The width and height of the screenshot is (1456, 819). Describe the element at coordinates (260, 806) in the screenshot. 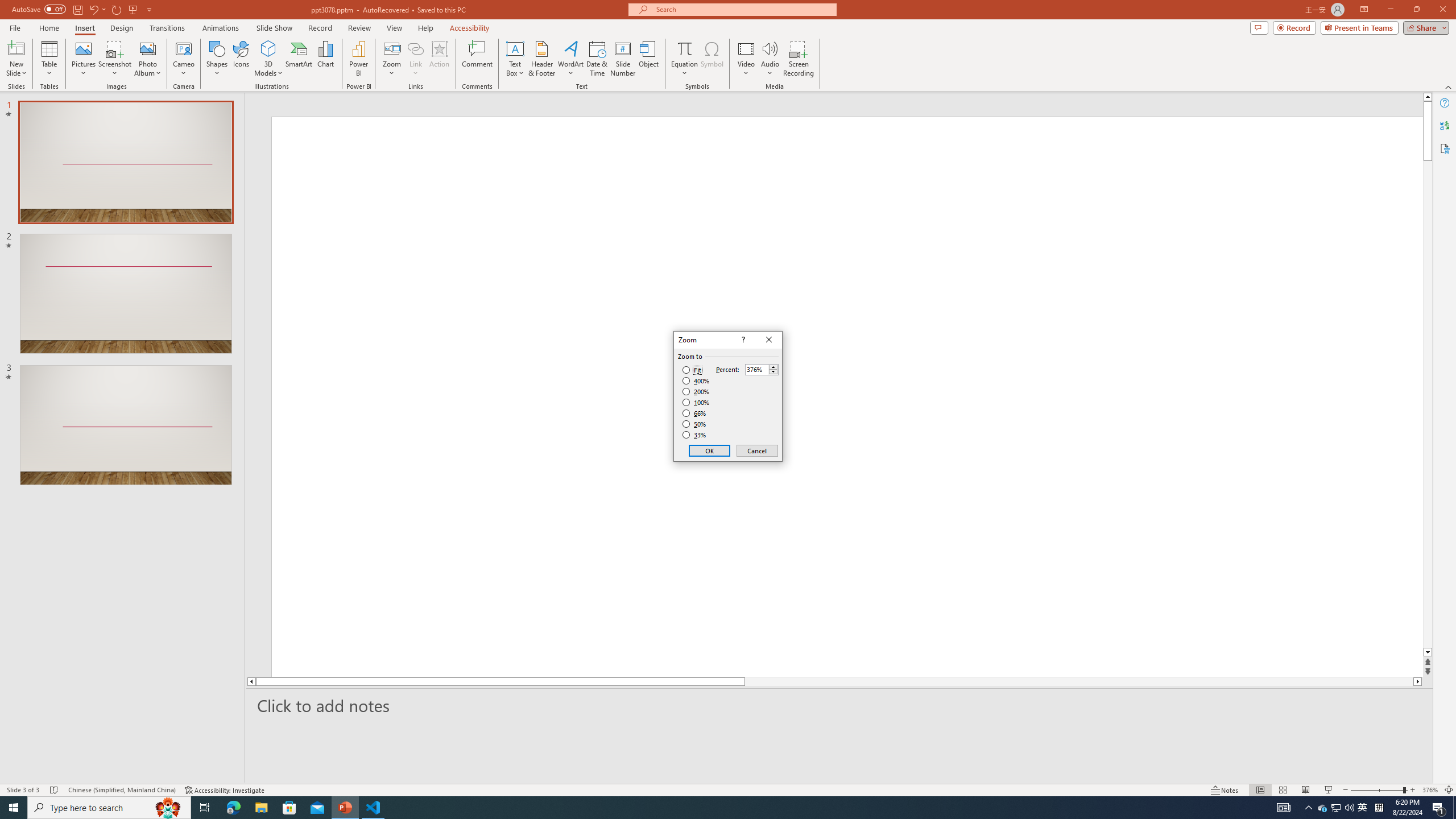

I see `'File Explorer'` at that location.